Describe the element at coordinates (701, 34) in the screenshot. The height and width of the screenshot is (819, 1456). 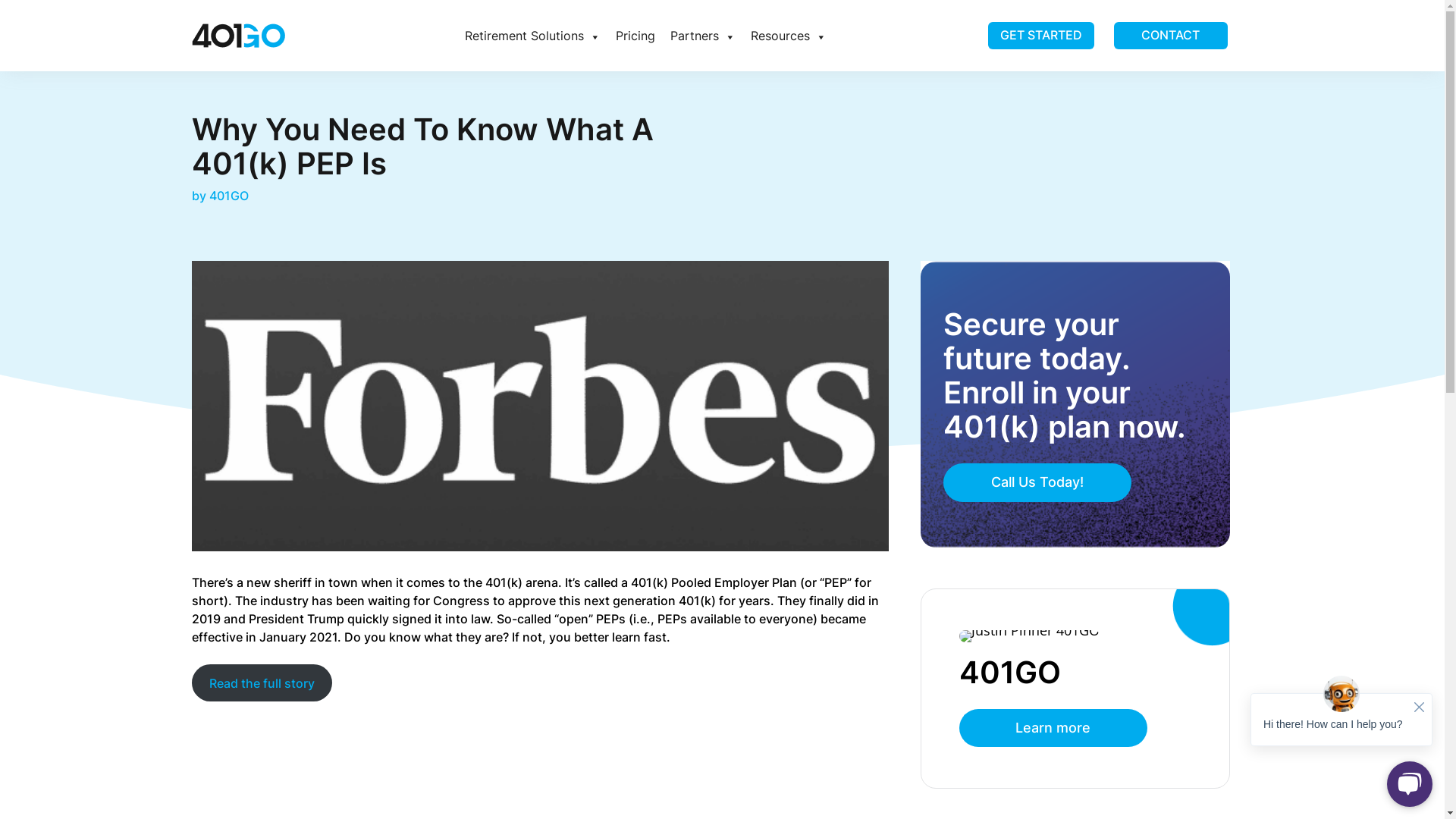
I see `'Partners'` at that location.